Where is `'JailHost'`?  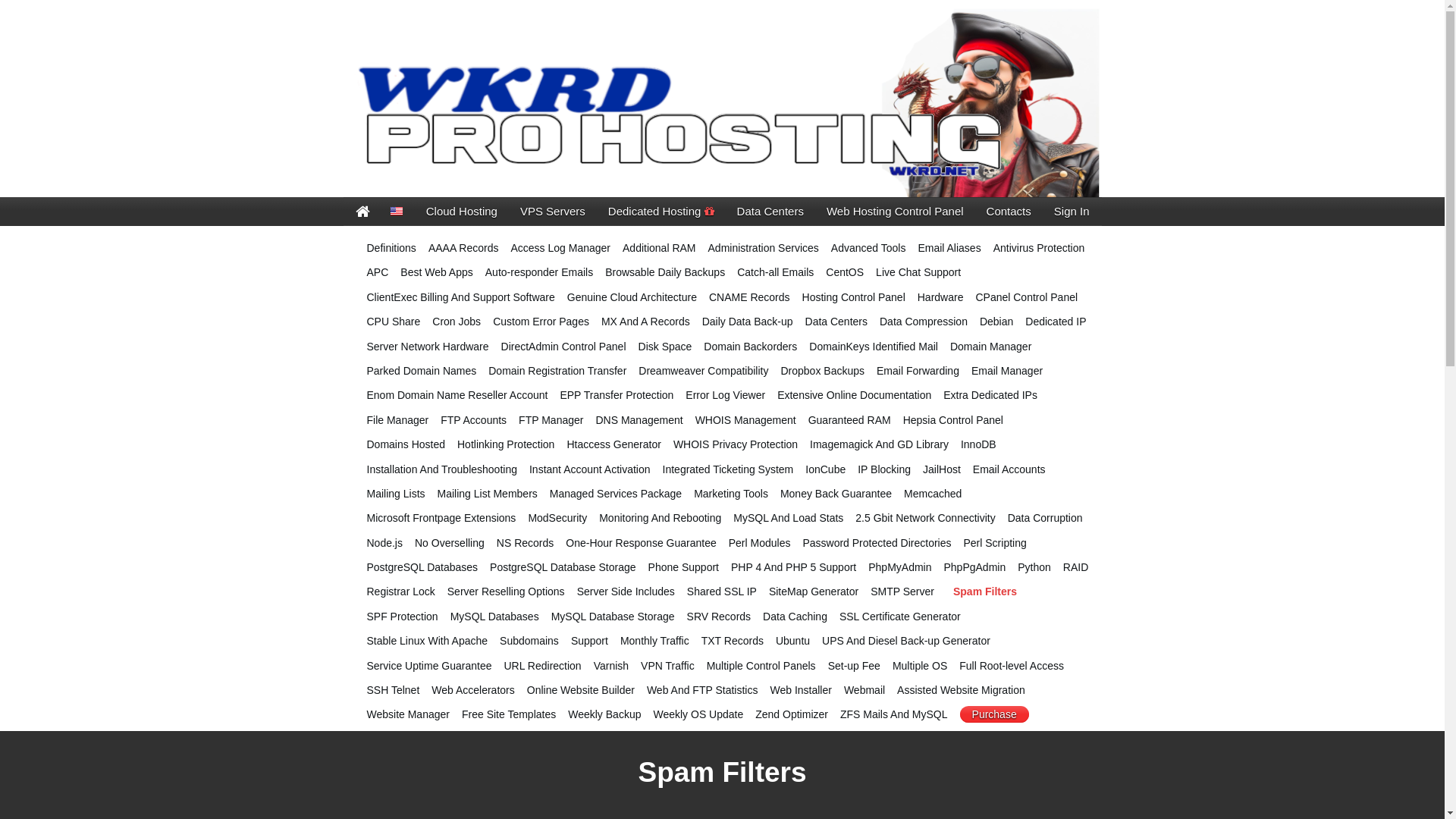 'JailHost' is located at coordinates (941, 468).